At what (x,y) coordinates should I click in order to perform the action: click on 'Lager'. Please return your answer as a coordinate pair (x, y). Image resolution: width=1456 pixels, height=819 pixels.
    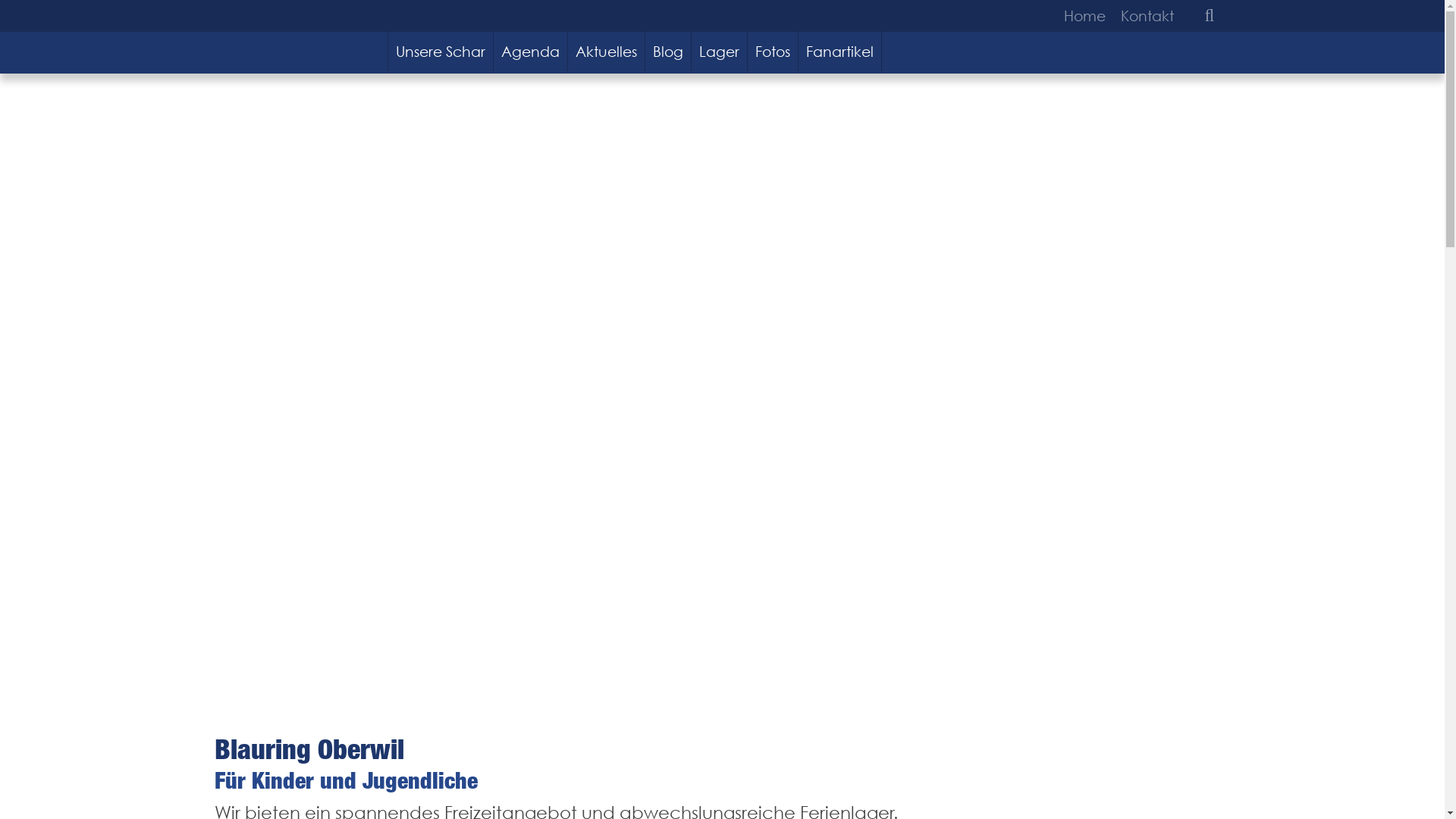
    Looking at the image, I should click on (719, 51).